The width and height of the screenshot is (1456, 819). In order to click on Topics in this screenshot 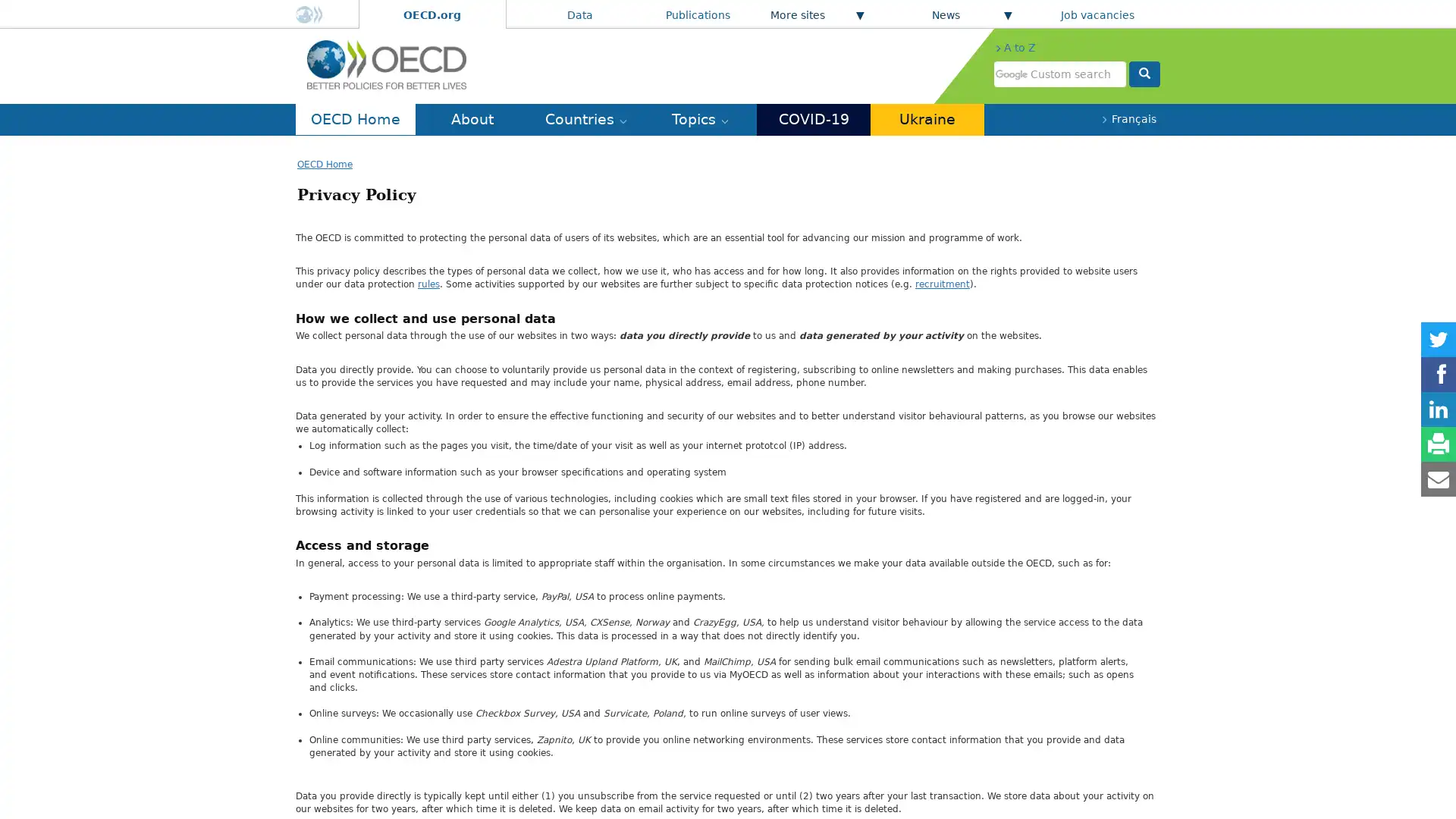, I will do `click(698, 118)`.